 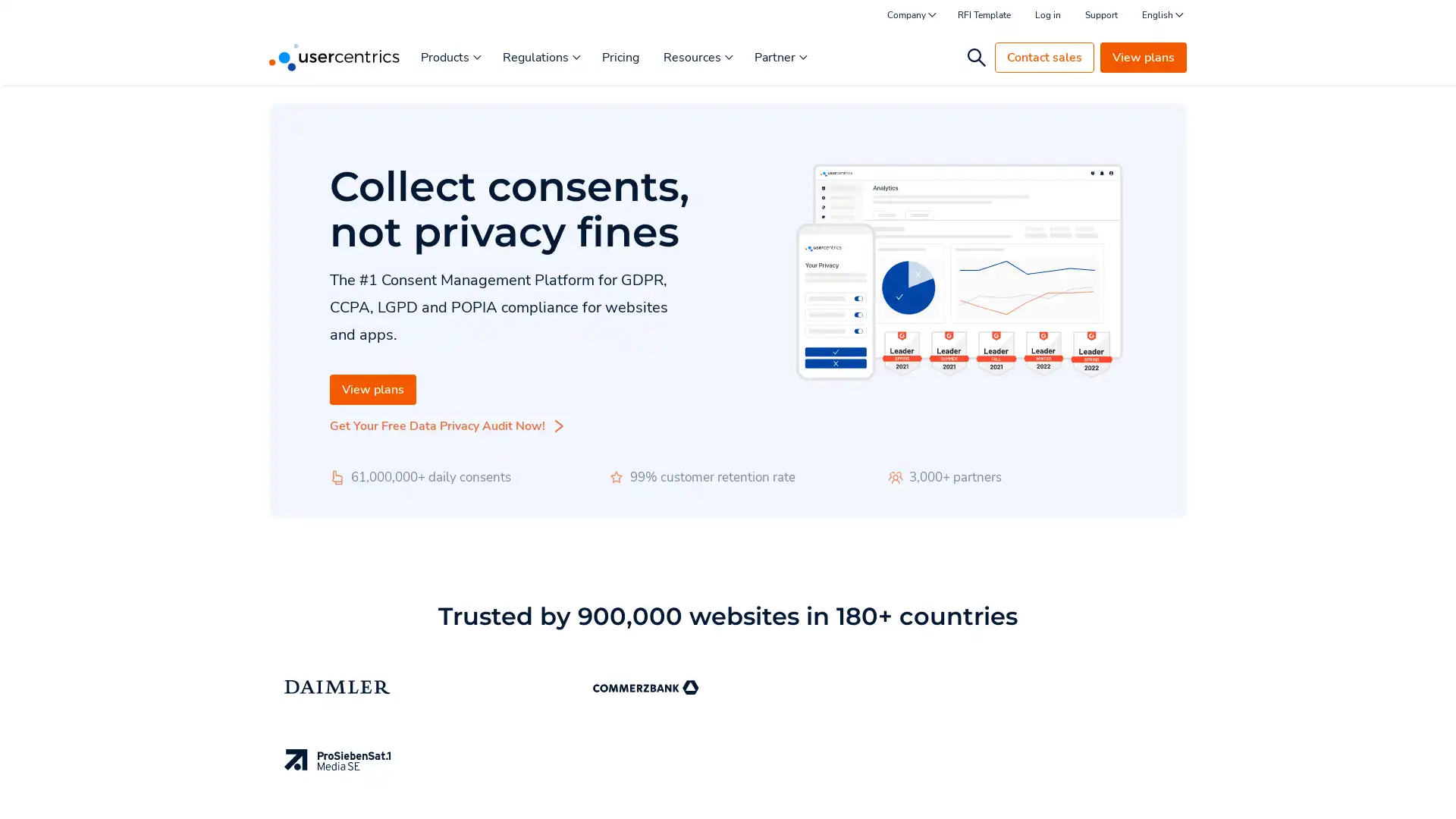 I want to click on OK, Agree to CCPA, so click(x=1122, y=785).